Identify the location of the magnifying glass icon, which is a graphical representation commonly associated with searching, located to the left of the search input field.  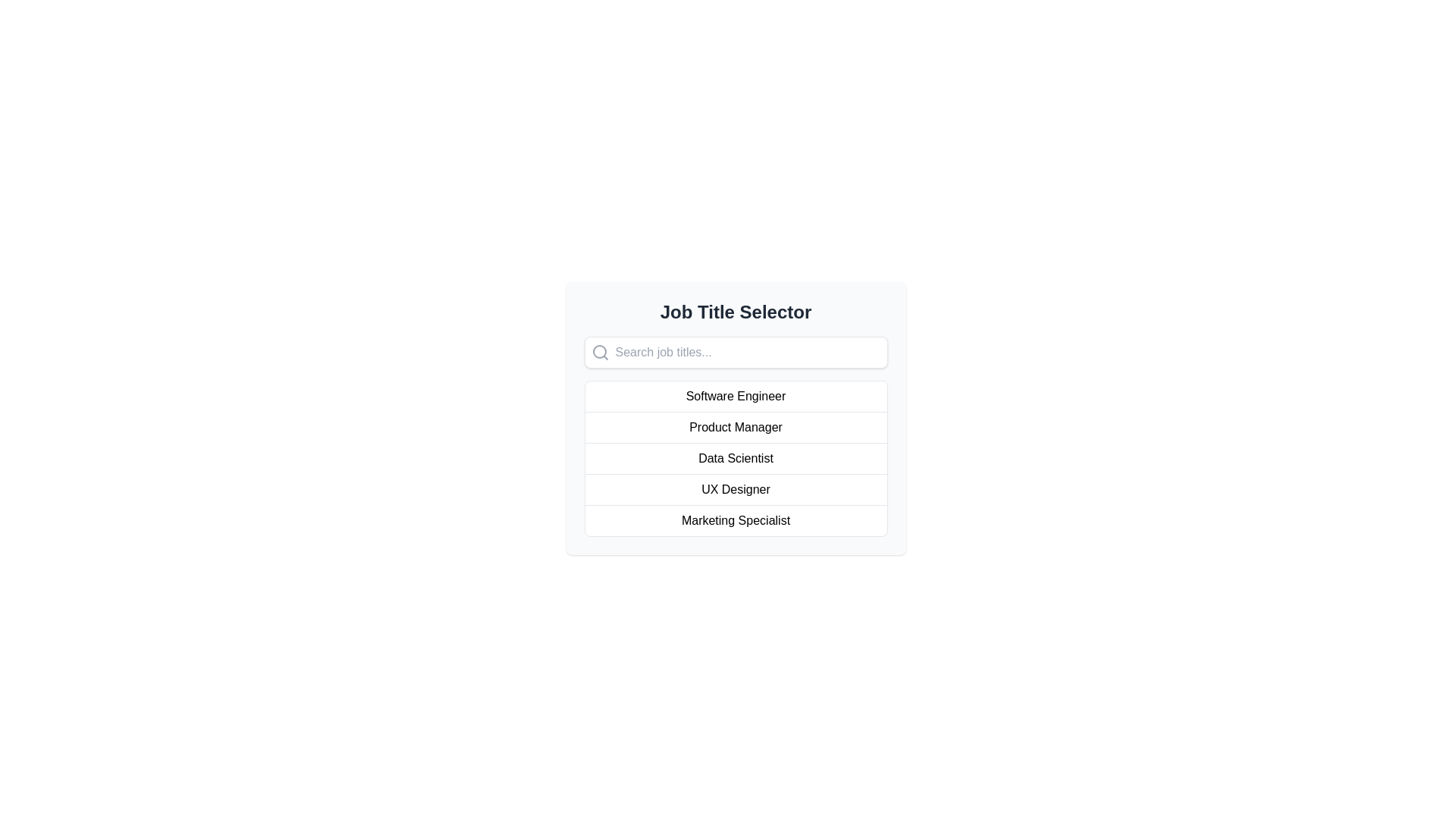
(598, 351).